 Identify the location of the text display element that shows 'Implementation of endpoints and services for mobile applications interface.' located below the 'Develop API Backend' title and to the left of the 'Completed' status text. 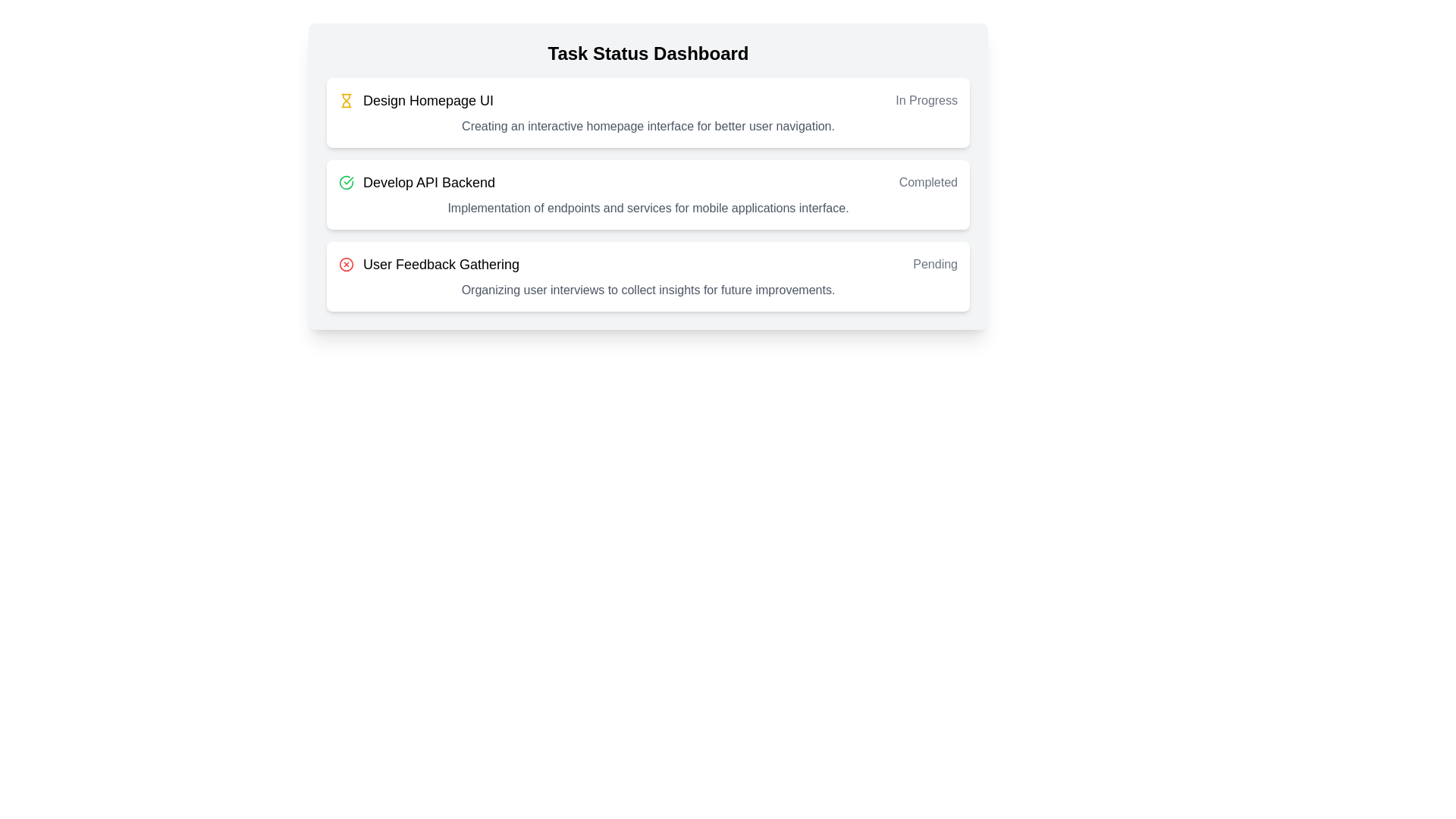
(648, 208).